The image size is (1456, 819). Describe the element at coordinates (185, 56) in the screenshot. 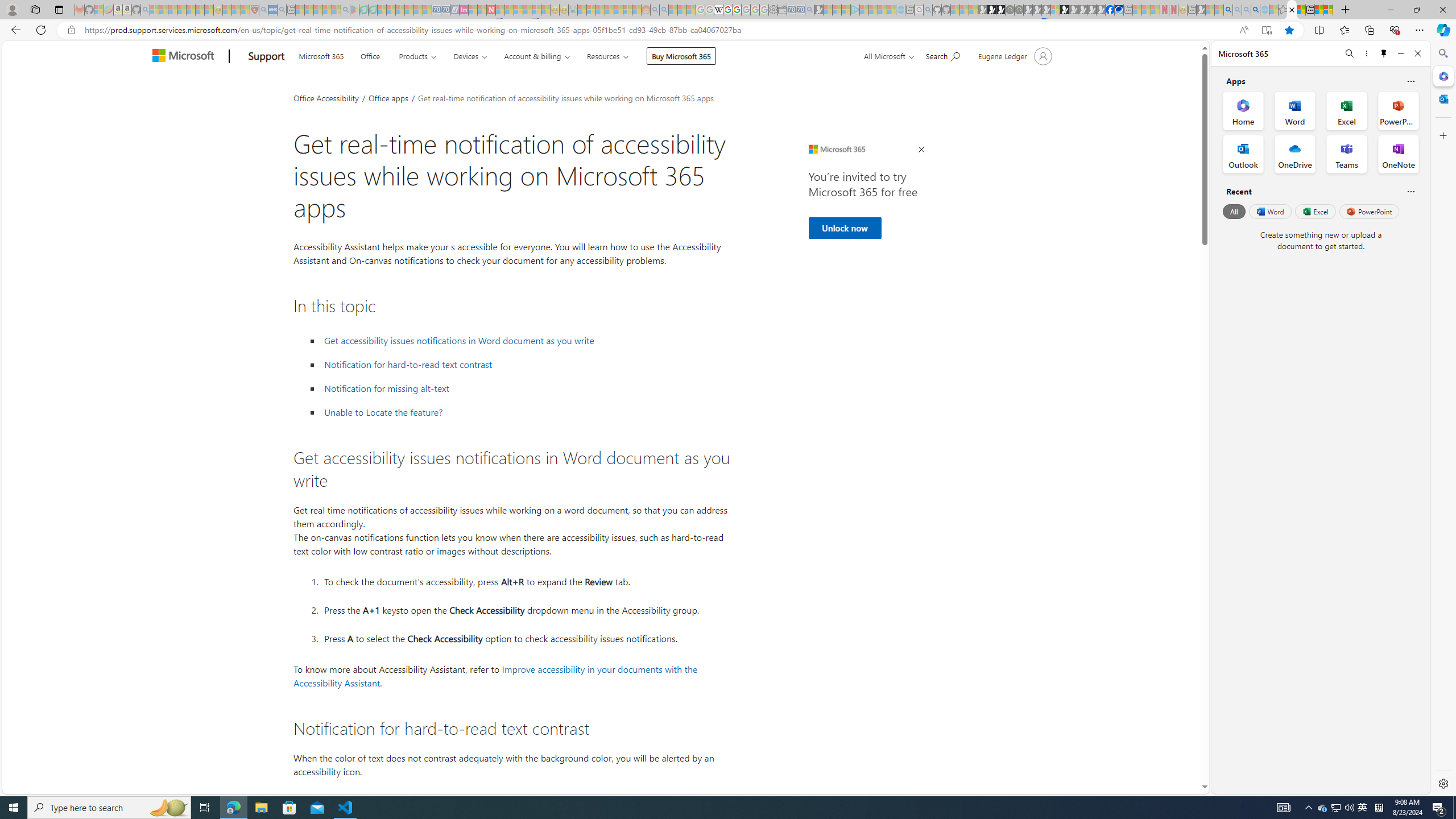

I see `'Microsoft'` at that location.